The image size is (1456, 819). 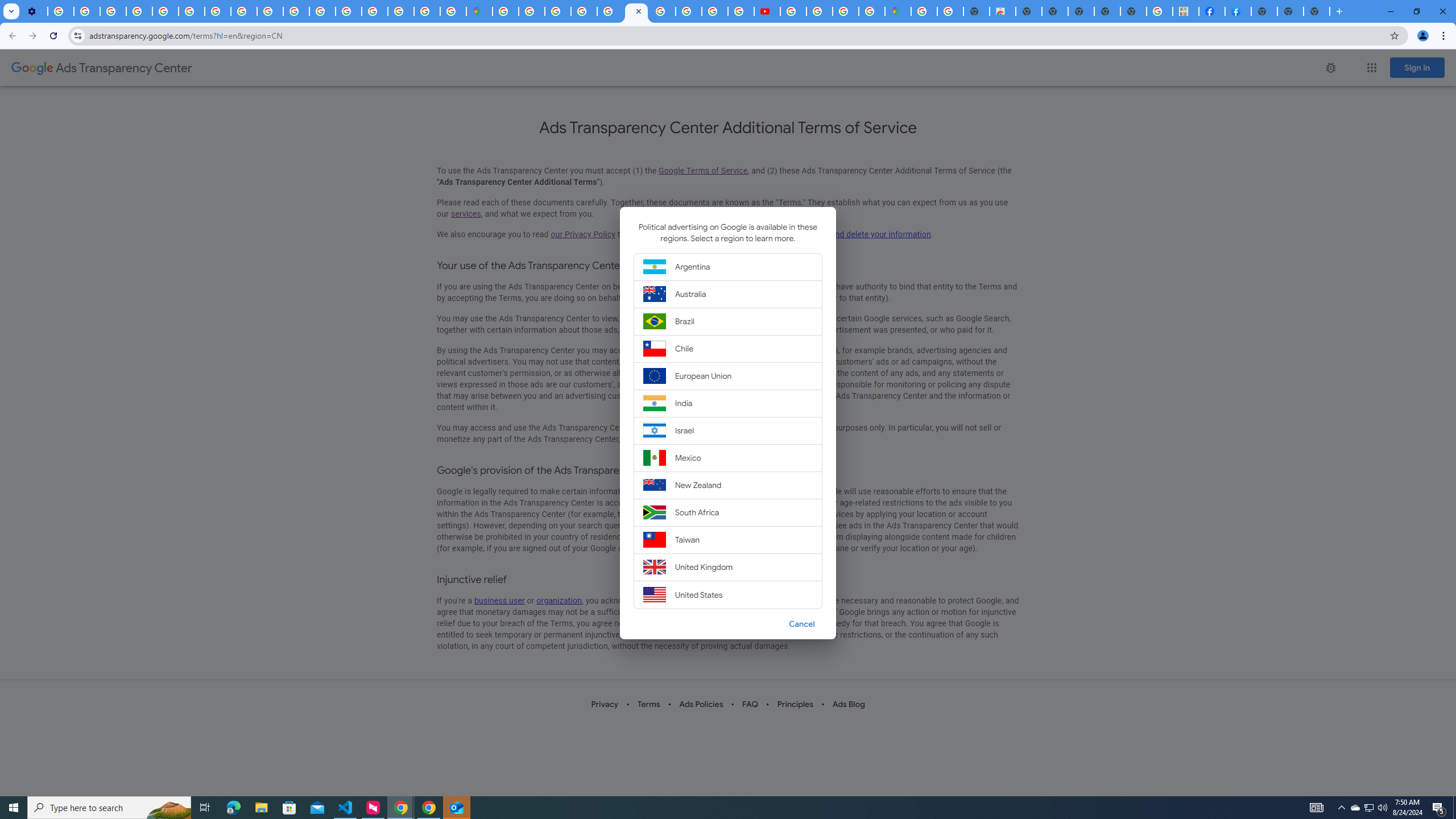 What do you see at coordinates (728, 457) in the screenshot?
I see `'Mexico'` at bounding box center [728, 457].